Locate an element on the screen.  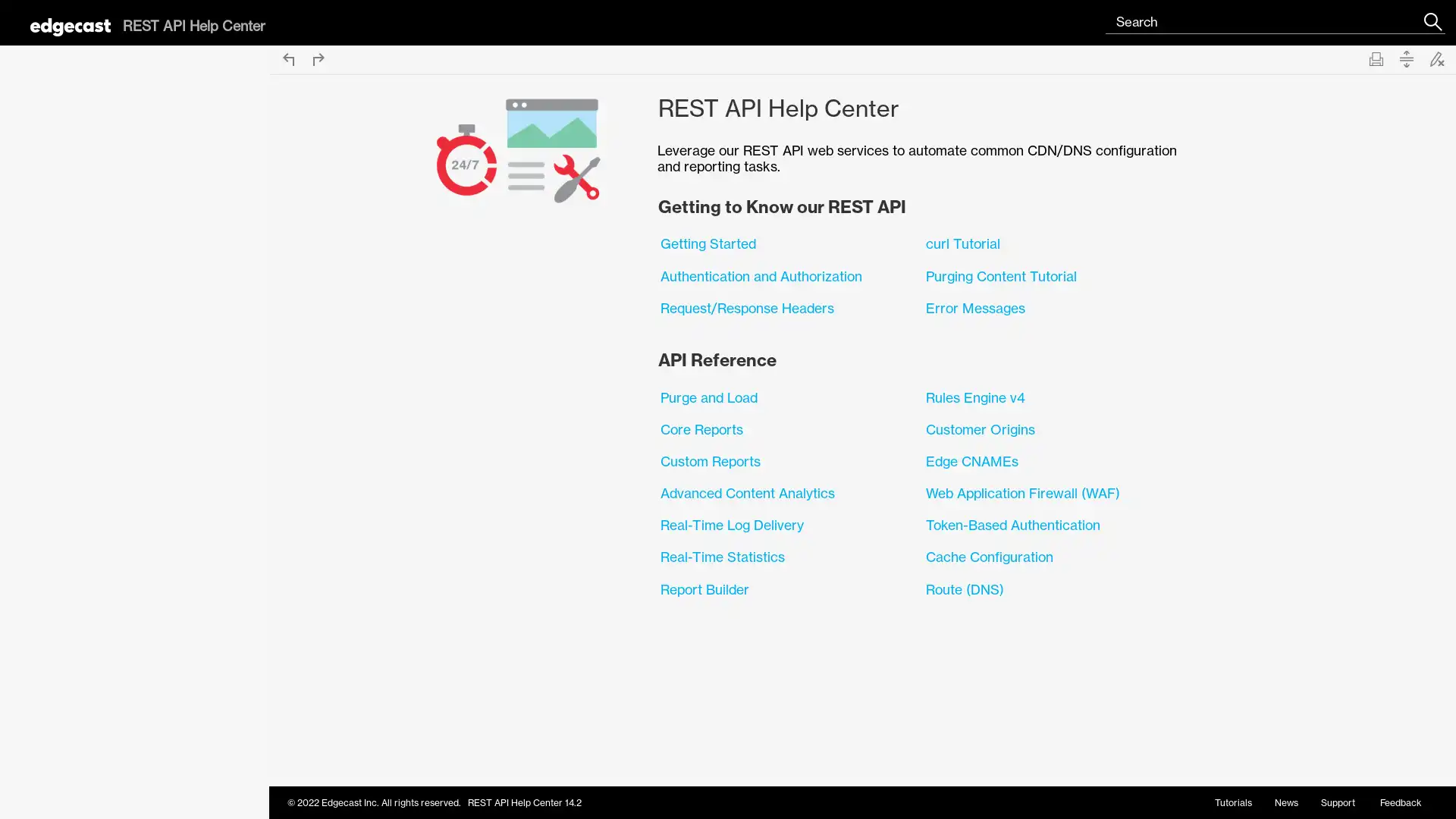
print is located at coordinates (1376, 58).